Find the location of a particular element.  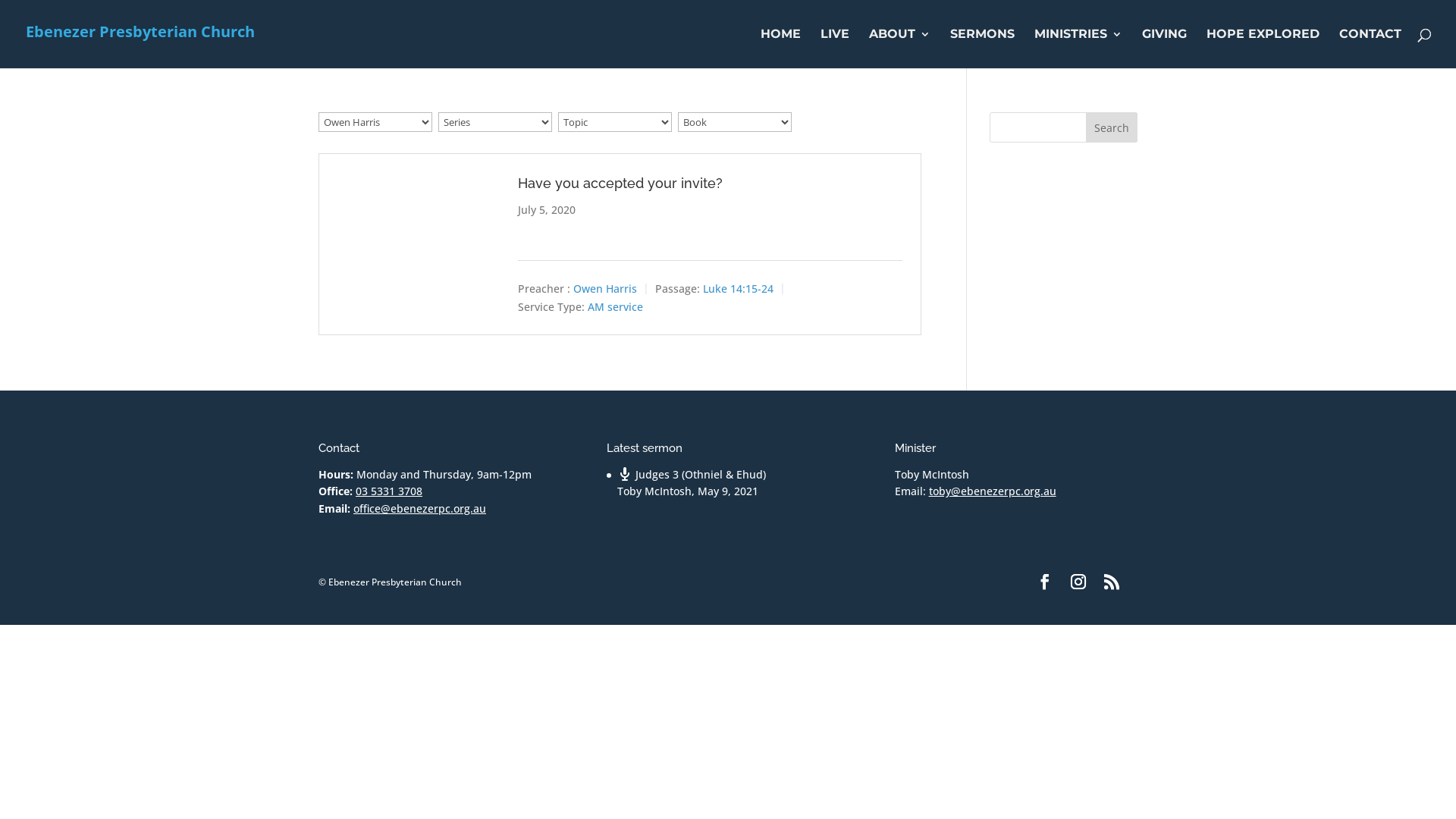

'ABOUT' is located at coordinates (899, 48).